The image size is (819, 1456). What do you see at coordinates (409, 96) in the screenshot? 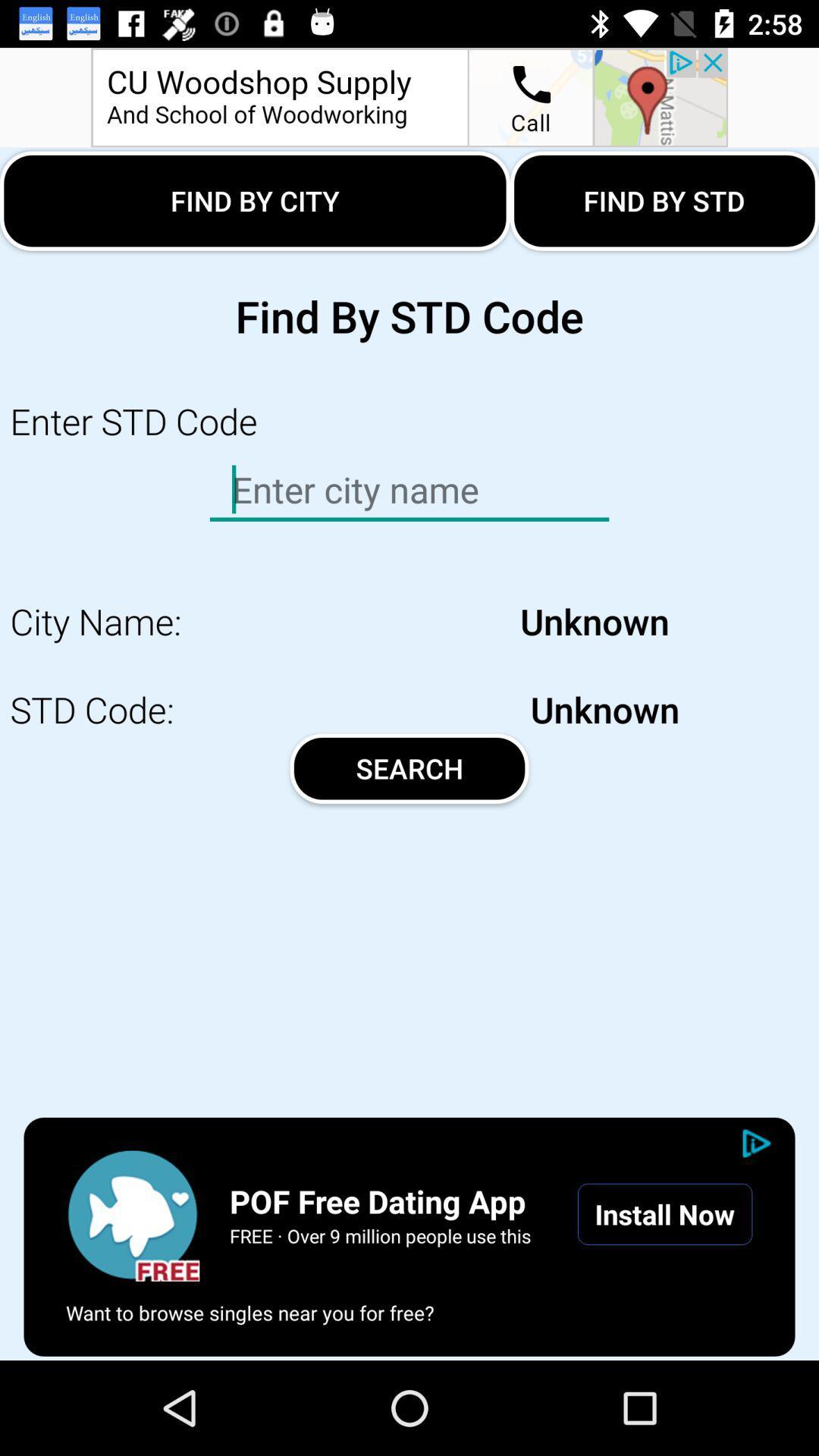
I see `opens advertisement` at bounding box center [409, 96].